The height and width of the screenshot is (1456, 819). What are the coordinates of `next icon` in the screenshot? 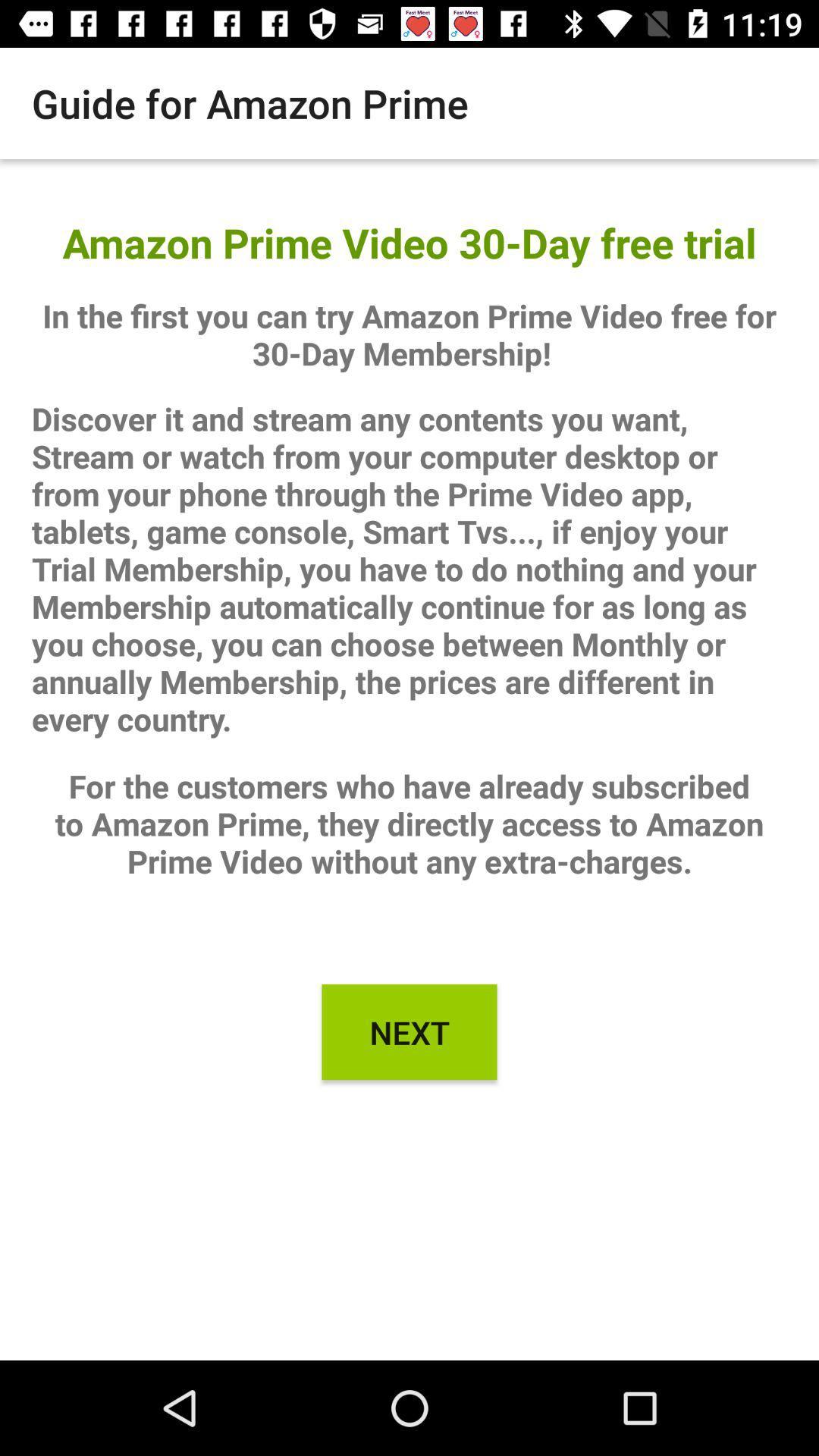 It's located at (409, 1031).